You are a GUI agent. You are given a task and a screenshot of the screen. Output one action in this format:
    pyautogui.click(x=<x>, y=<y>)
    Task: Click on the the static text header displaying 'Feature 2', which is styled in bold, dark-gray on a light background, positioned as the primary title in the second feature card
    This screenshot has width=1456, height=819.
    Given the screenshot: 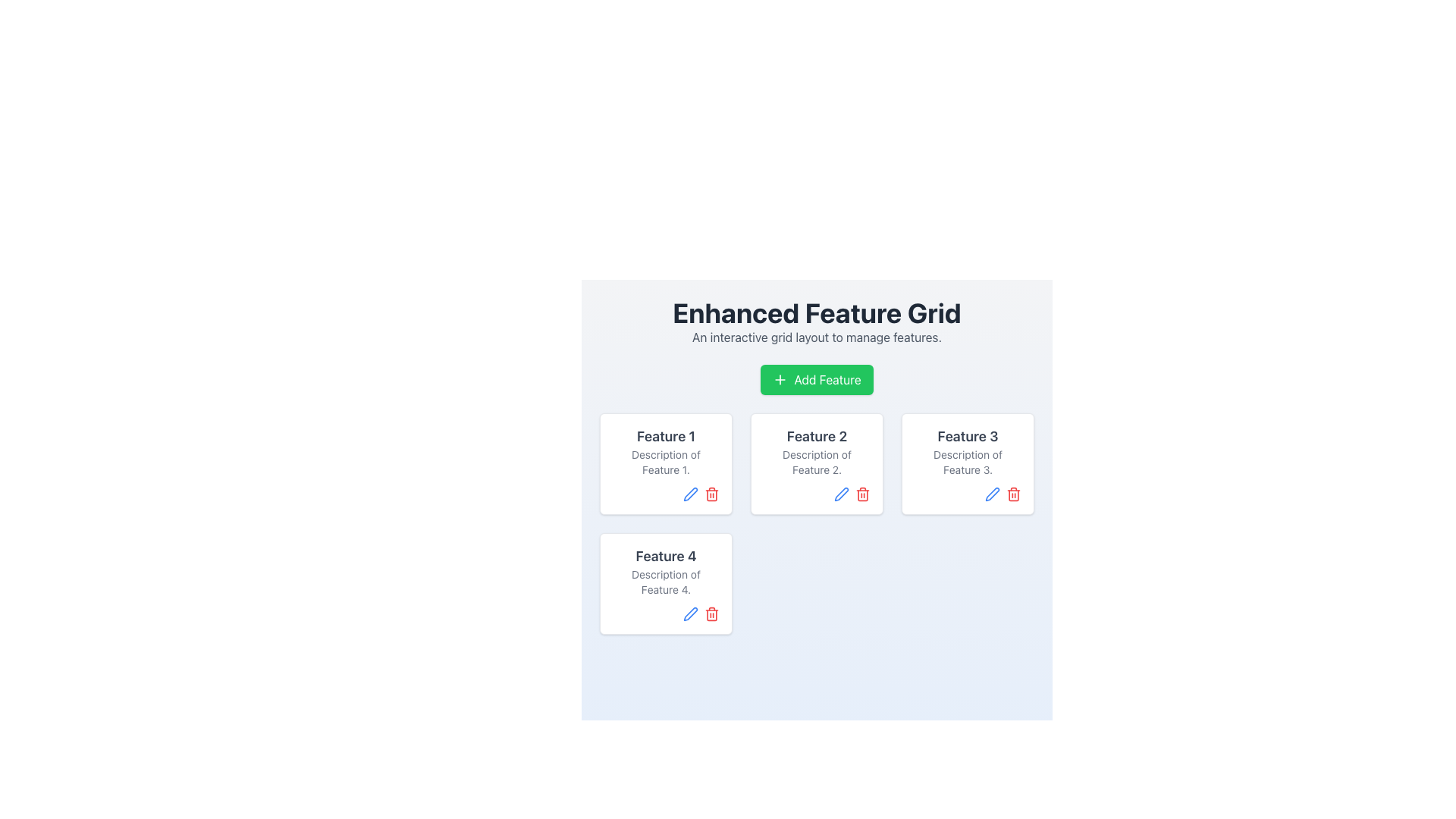 What is the action you would take?
    pyautogui.click(x=816, y=436)
    